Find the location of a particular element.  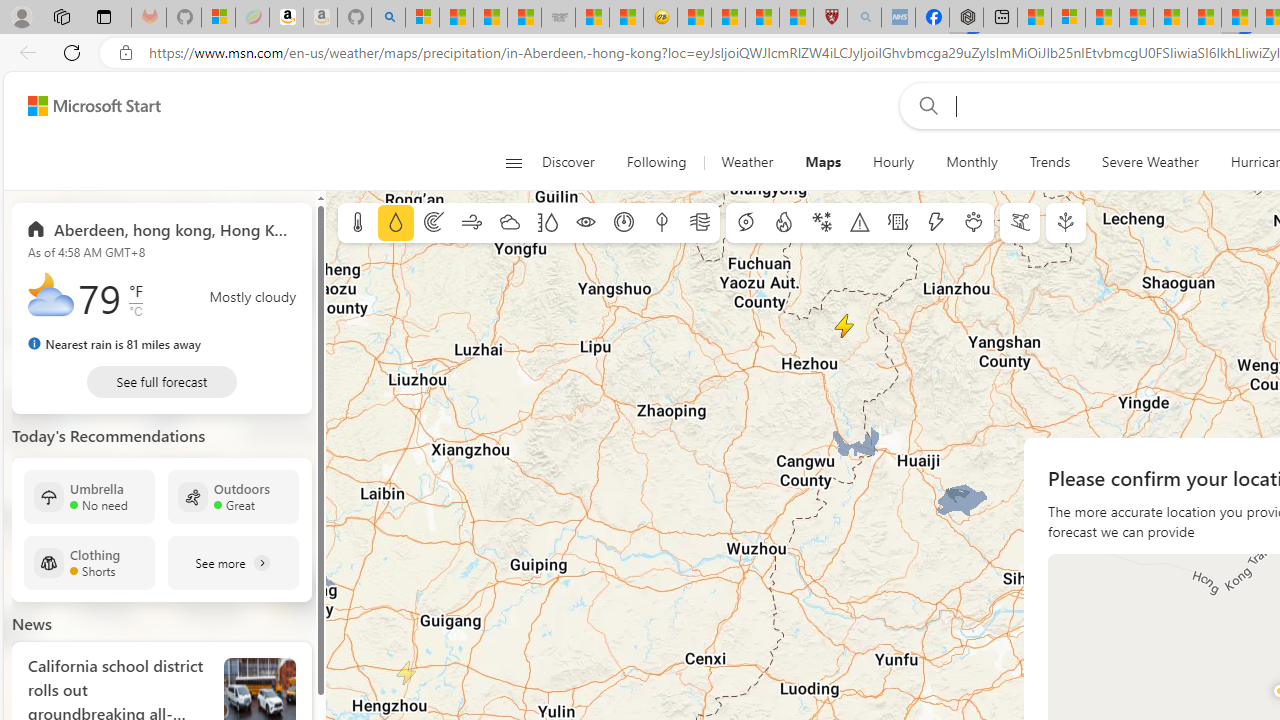

'Monthly' is located at coordinates (972, 162).